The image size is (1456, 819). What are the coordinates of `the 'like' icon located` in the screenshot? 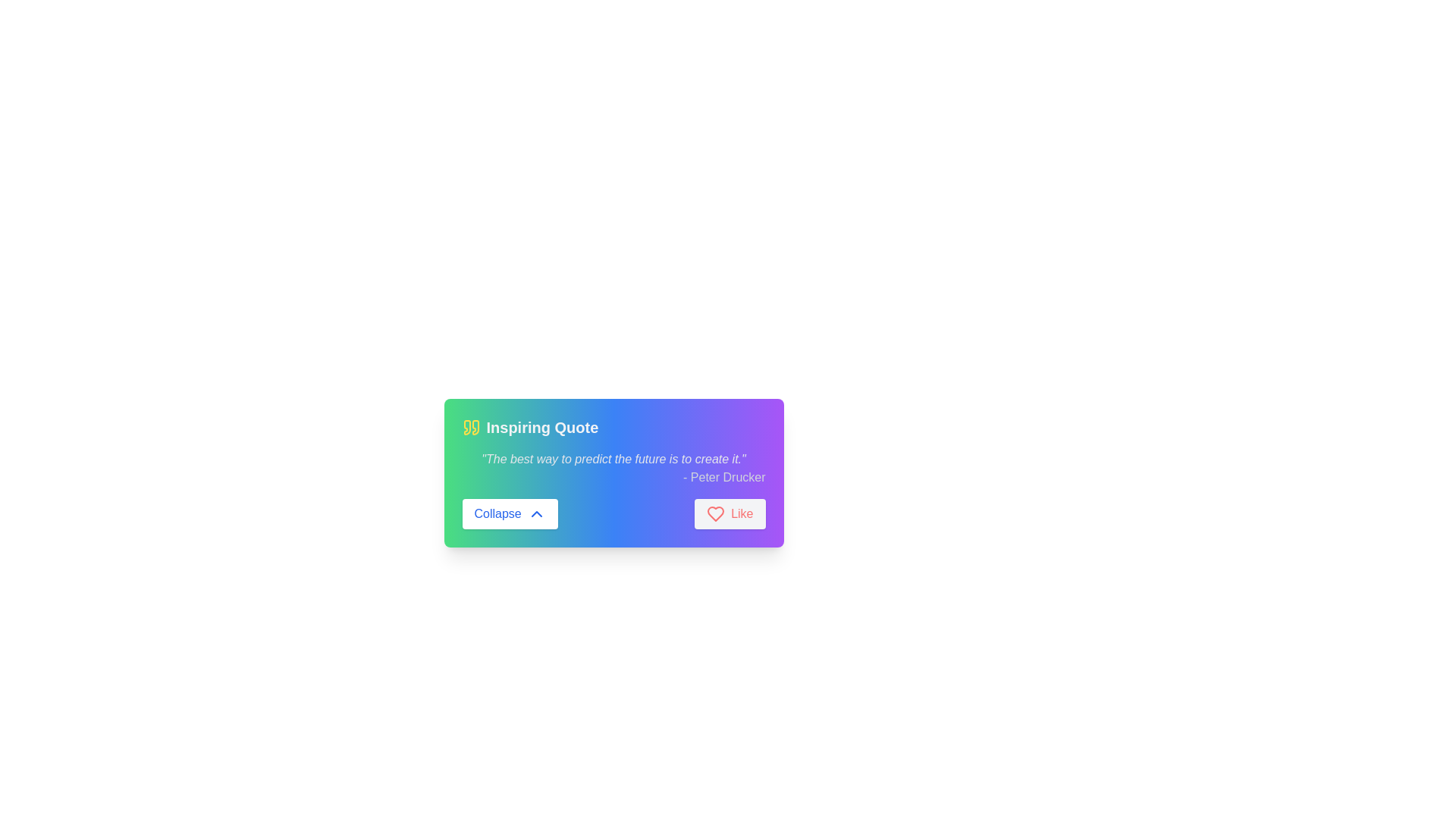 It's located at (715, 513).